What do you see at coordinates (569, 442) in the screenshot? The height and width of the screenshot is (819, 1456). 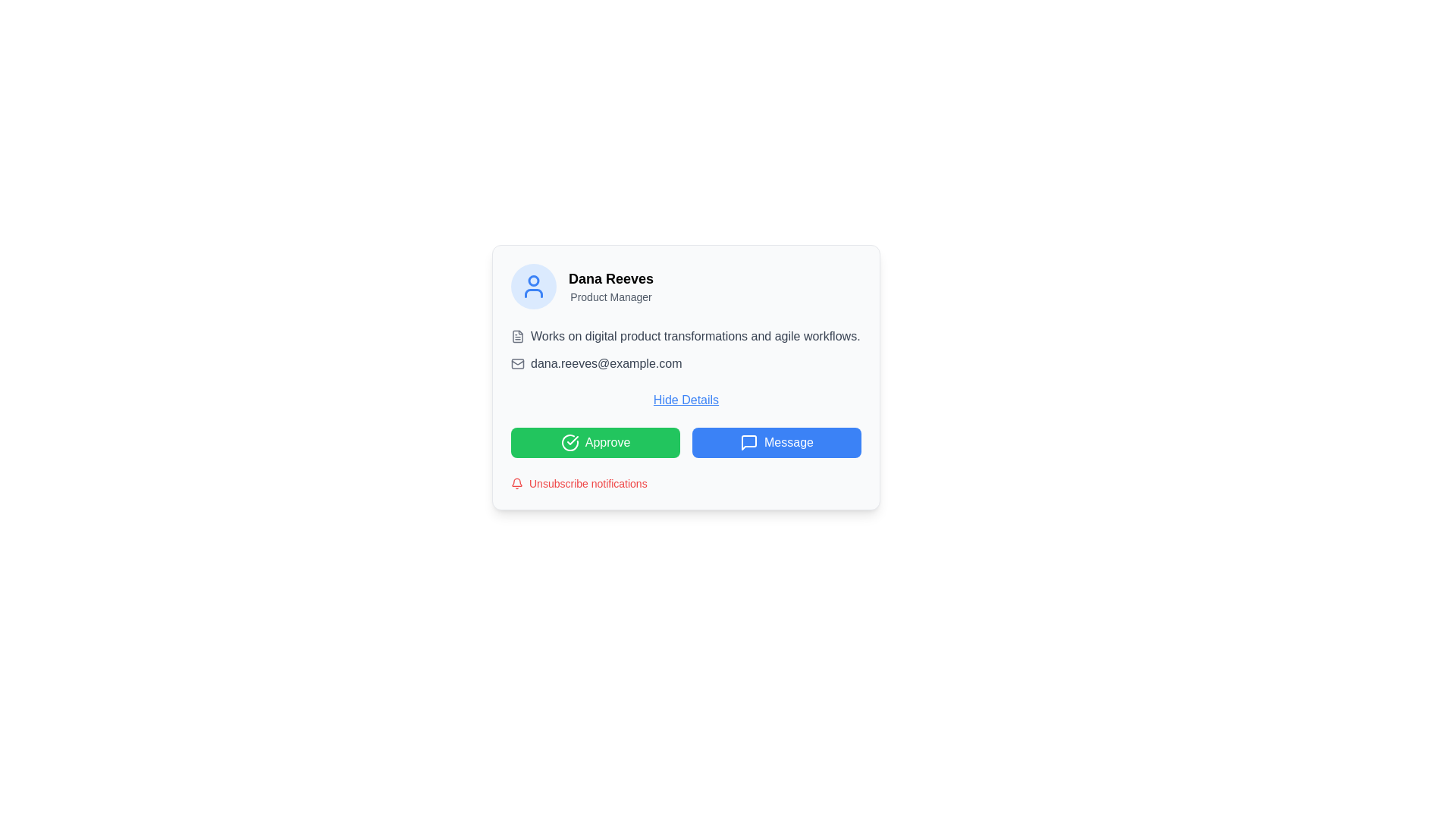 I see `the circular checkmark icon within the green 'Approve' button, which signifies an approval action and is located to the left of the 'Approve' text` at bounding box center [569, 442].